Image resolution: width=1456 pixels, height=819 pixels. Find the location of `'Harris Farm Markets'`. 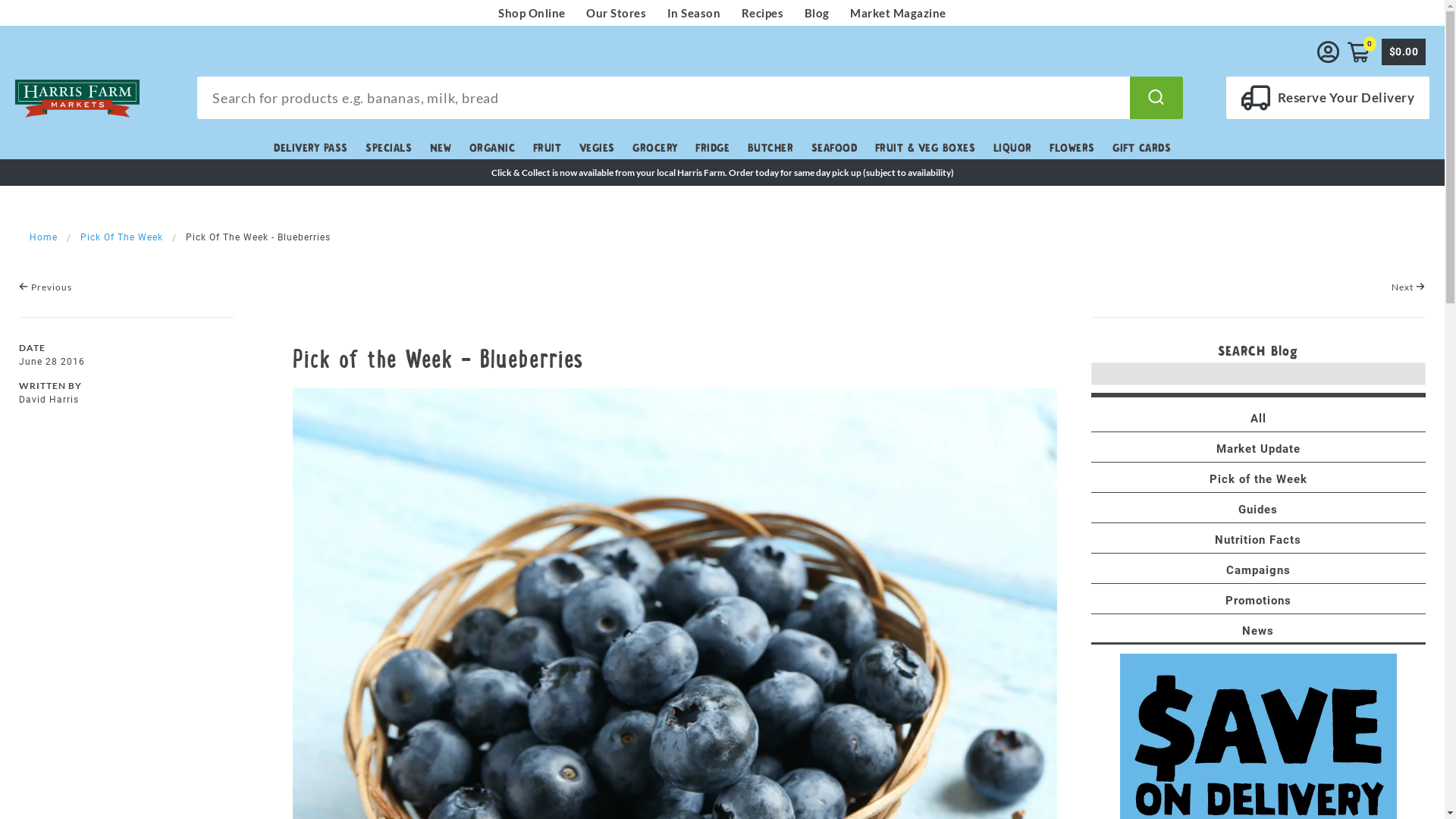

'Harris Farm Markets' is located at coordinates (76, 98).